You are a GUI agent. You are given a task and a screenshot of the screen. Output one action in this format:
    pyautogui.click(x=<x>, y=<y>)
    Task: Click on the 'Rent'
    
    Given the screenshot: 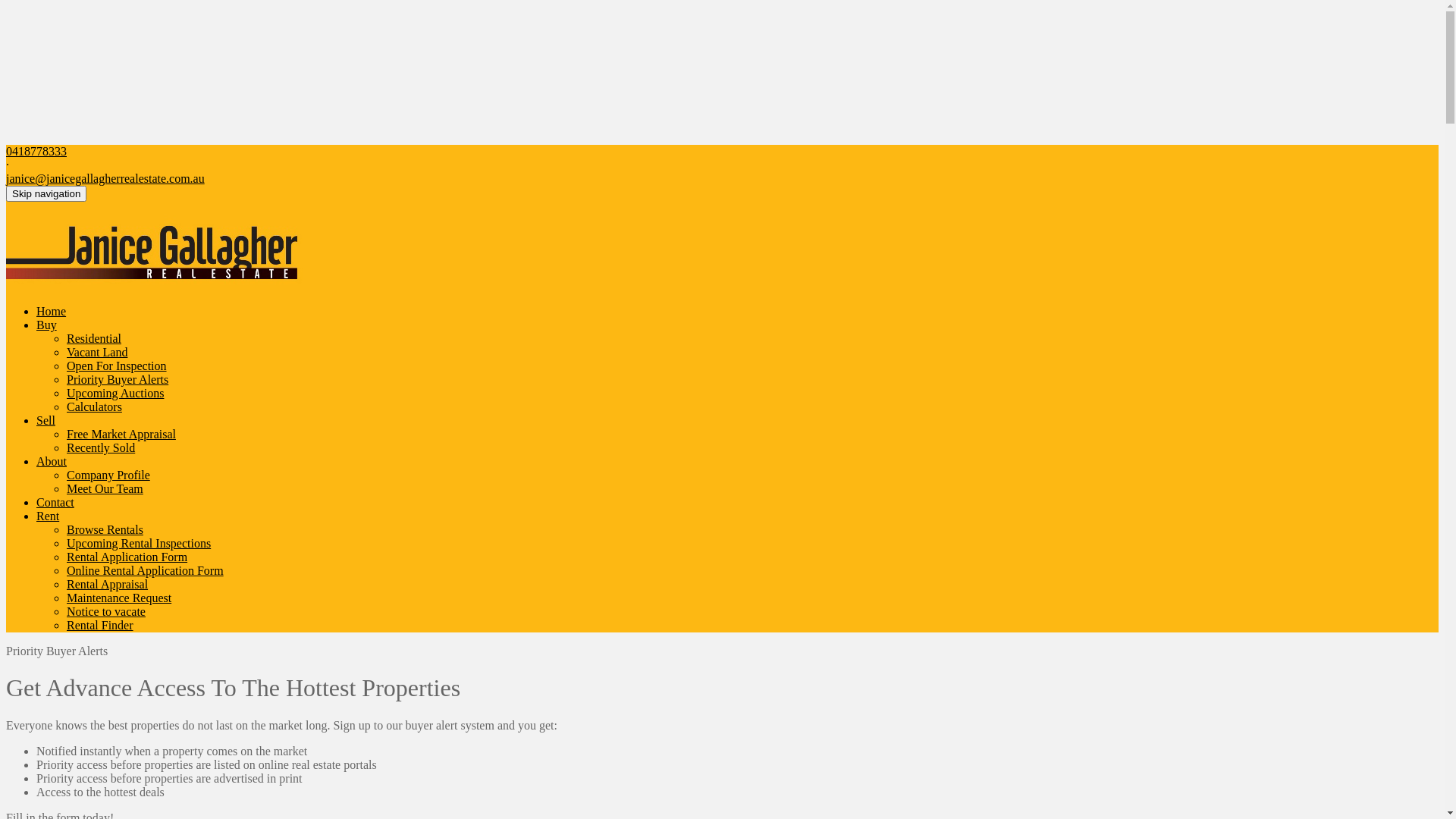 What is the action you would take?
    pyautogui.click(x=47, y=515)
    